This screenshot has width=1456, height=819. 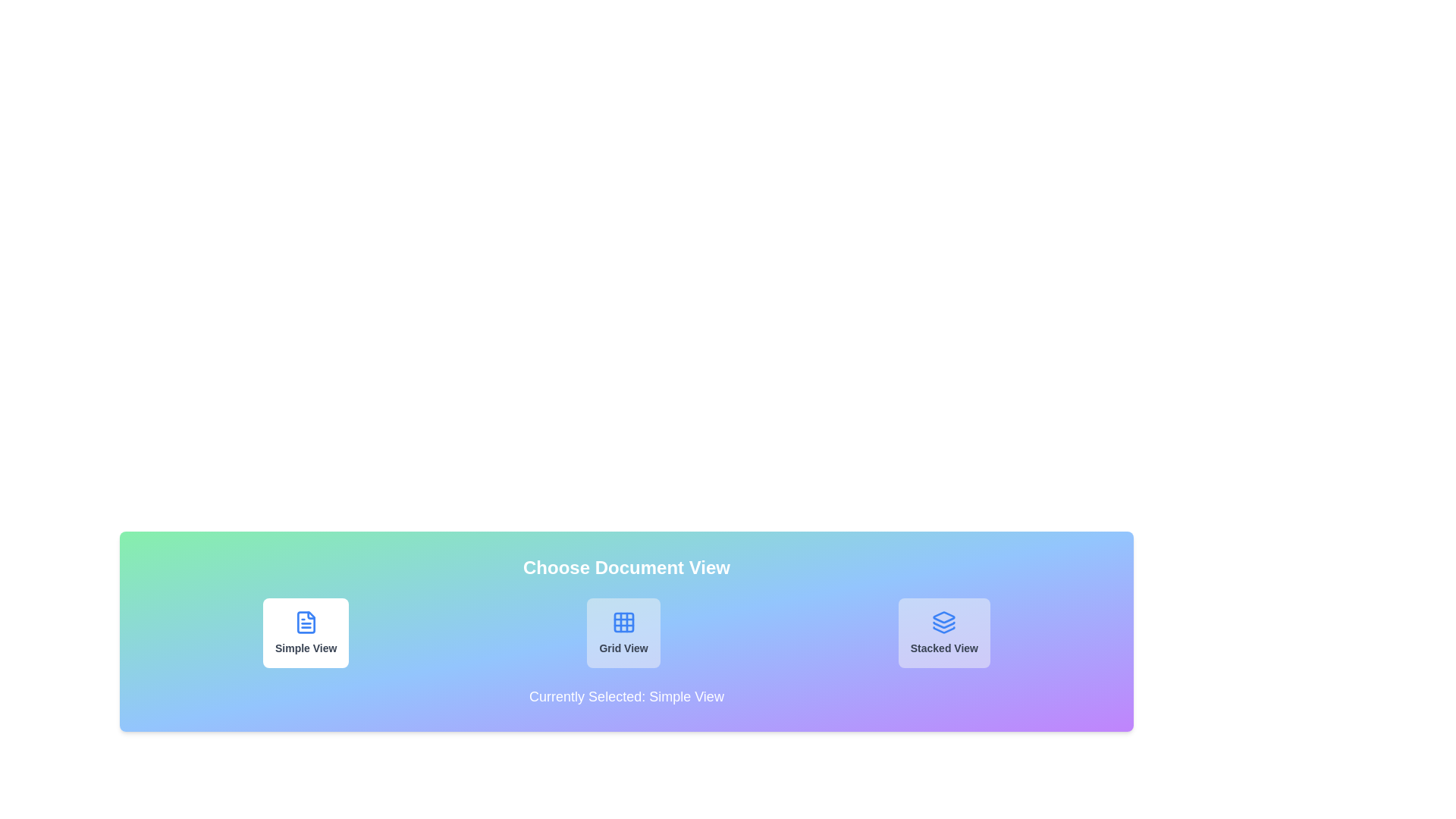 I want to click on the view mode by clicking on the corresponding button for Stacked View, so click(x=943, y=632).